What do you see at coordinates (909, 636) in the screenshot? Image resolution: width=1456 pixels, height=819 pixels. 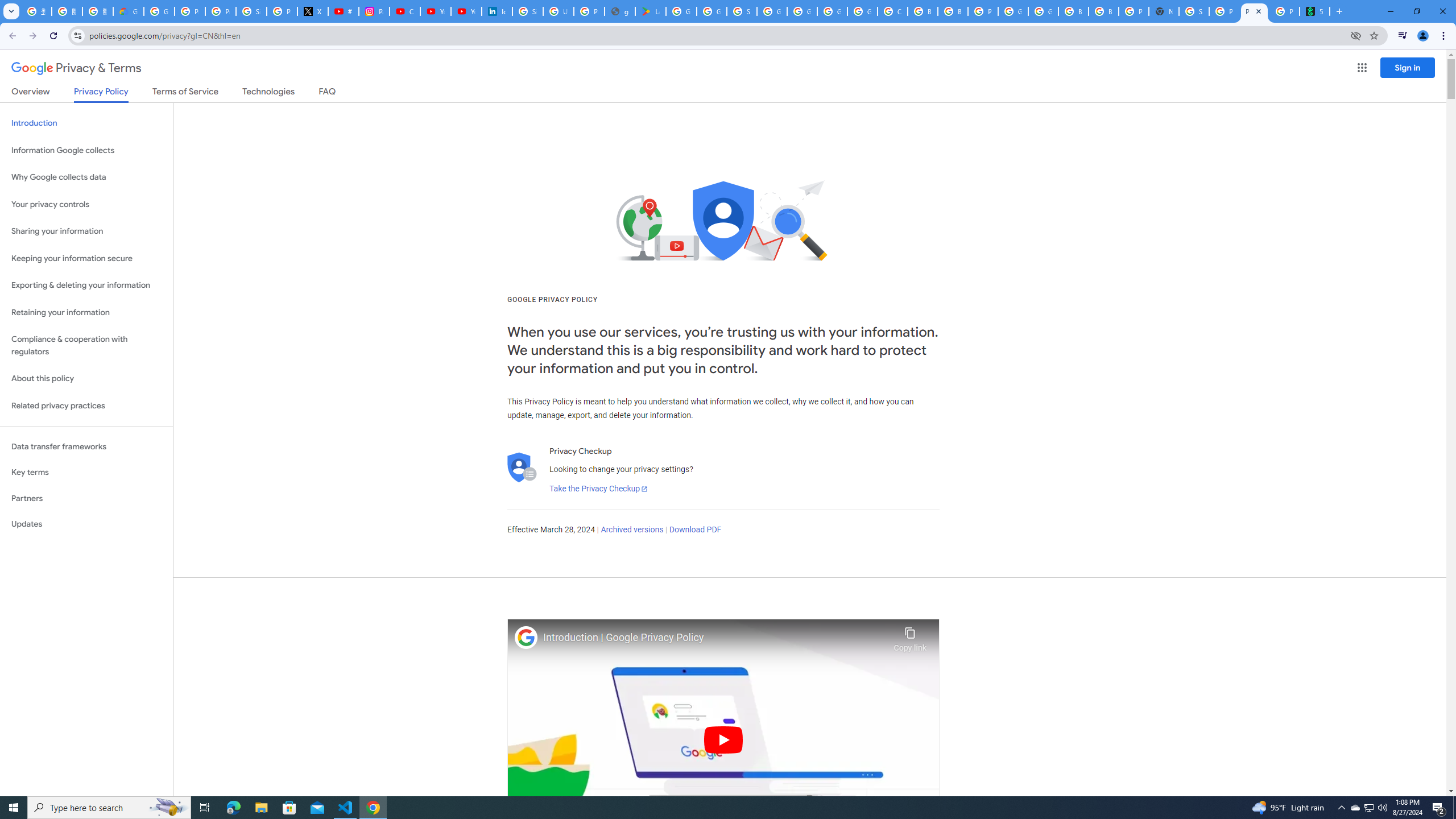 I see `'Copy link'` at bounding box center [909, 636].